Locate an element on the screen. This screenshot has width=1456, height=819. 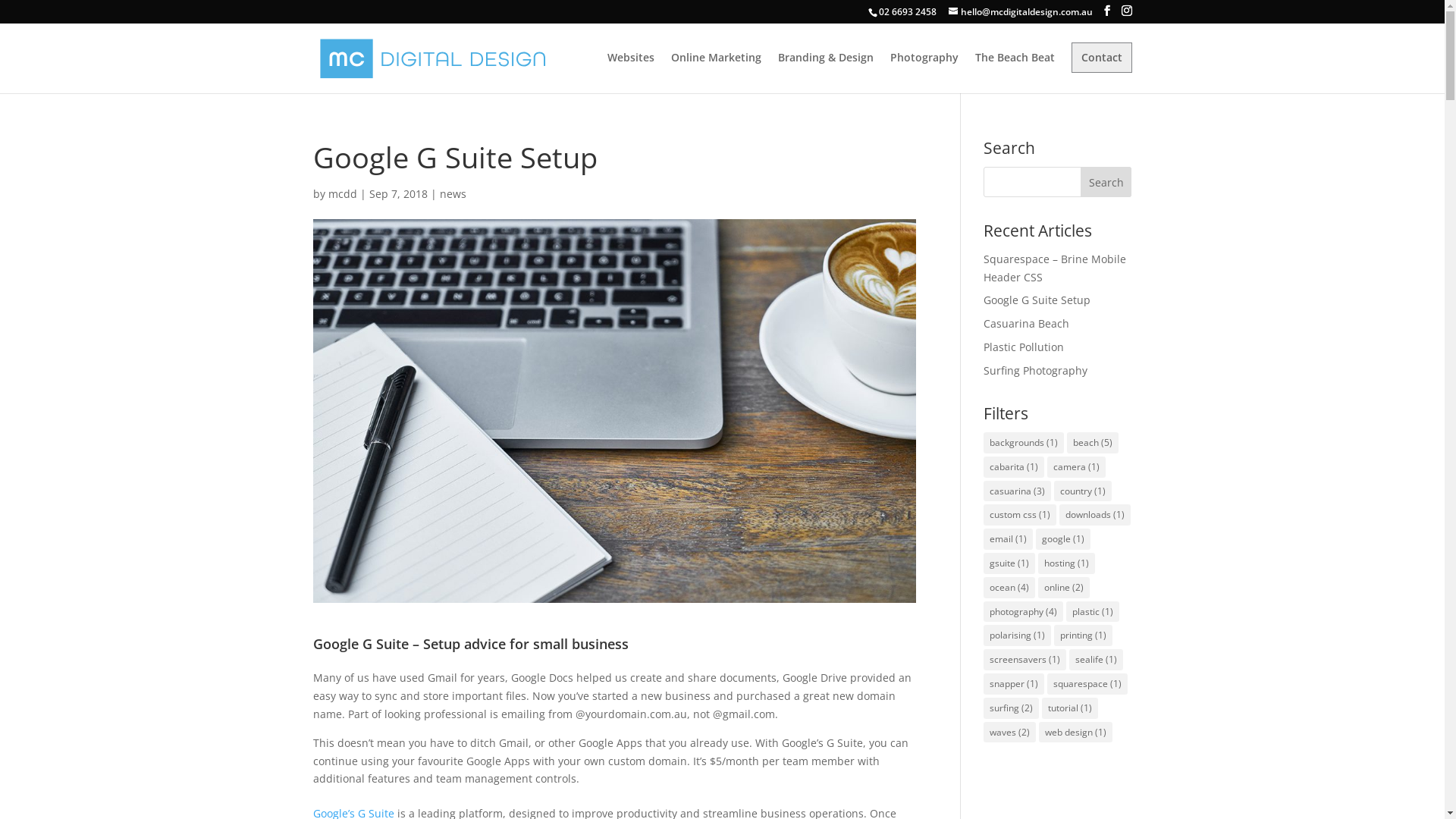
'Websites' is located at coordinates (629, 73).